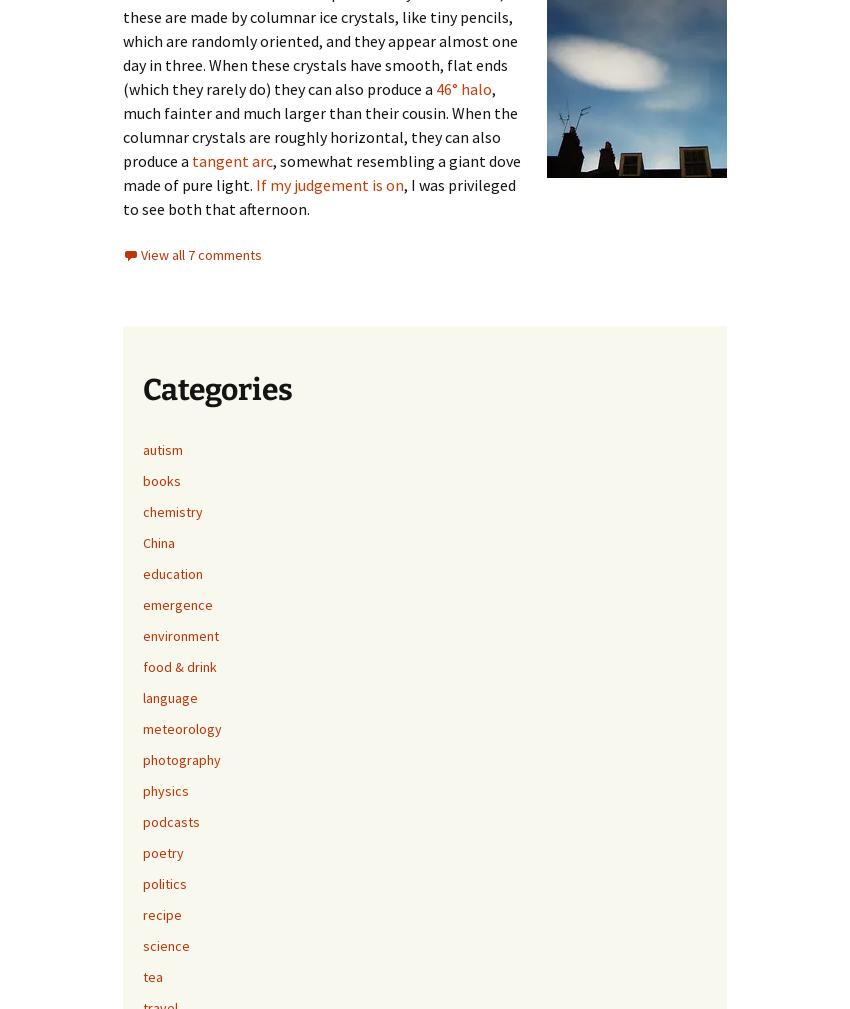 This screenshot has height=1009, width=850. What do you see at coordinates (166, 790) in the screenshot?
I see `'physics'` at bounding box center [166, 790].